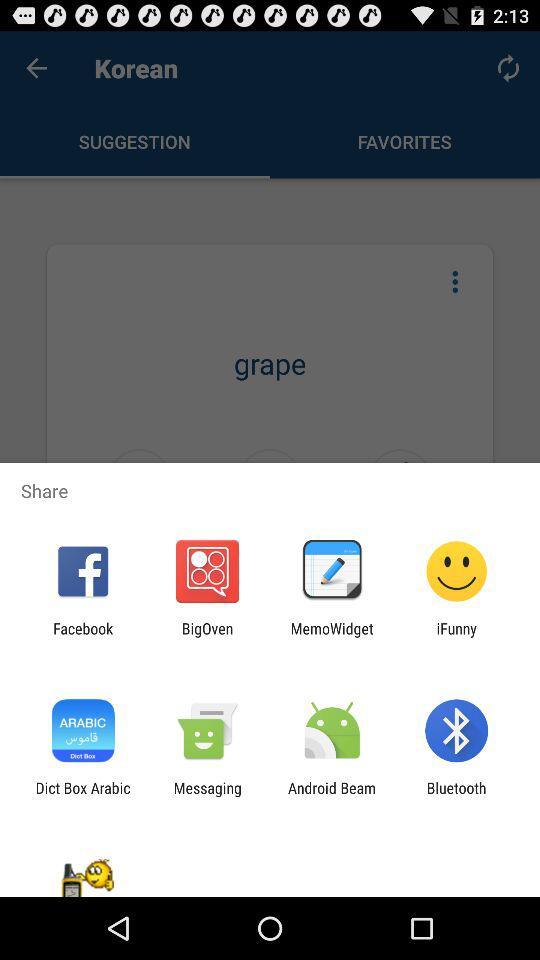  I want to click on the app to the left of the bluetooth, so click(332, 796).